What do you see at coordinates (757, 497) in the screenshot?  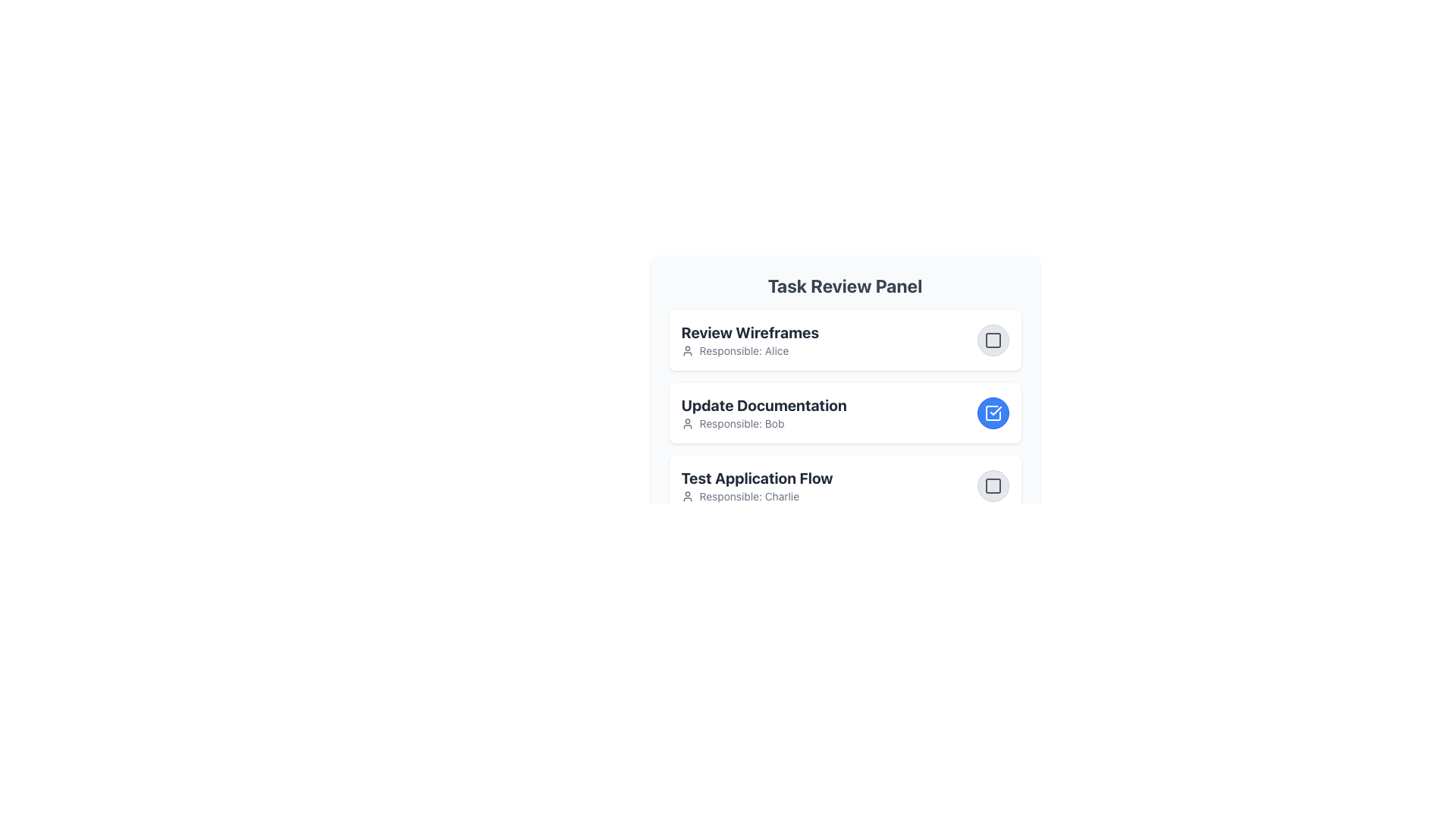 I see `the informational text reading 'Responsible: Charlie' with a user silhouette icon, located under the title 'Test Application Flow' in the third section of the tasks` at bounding box center [757, 497].